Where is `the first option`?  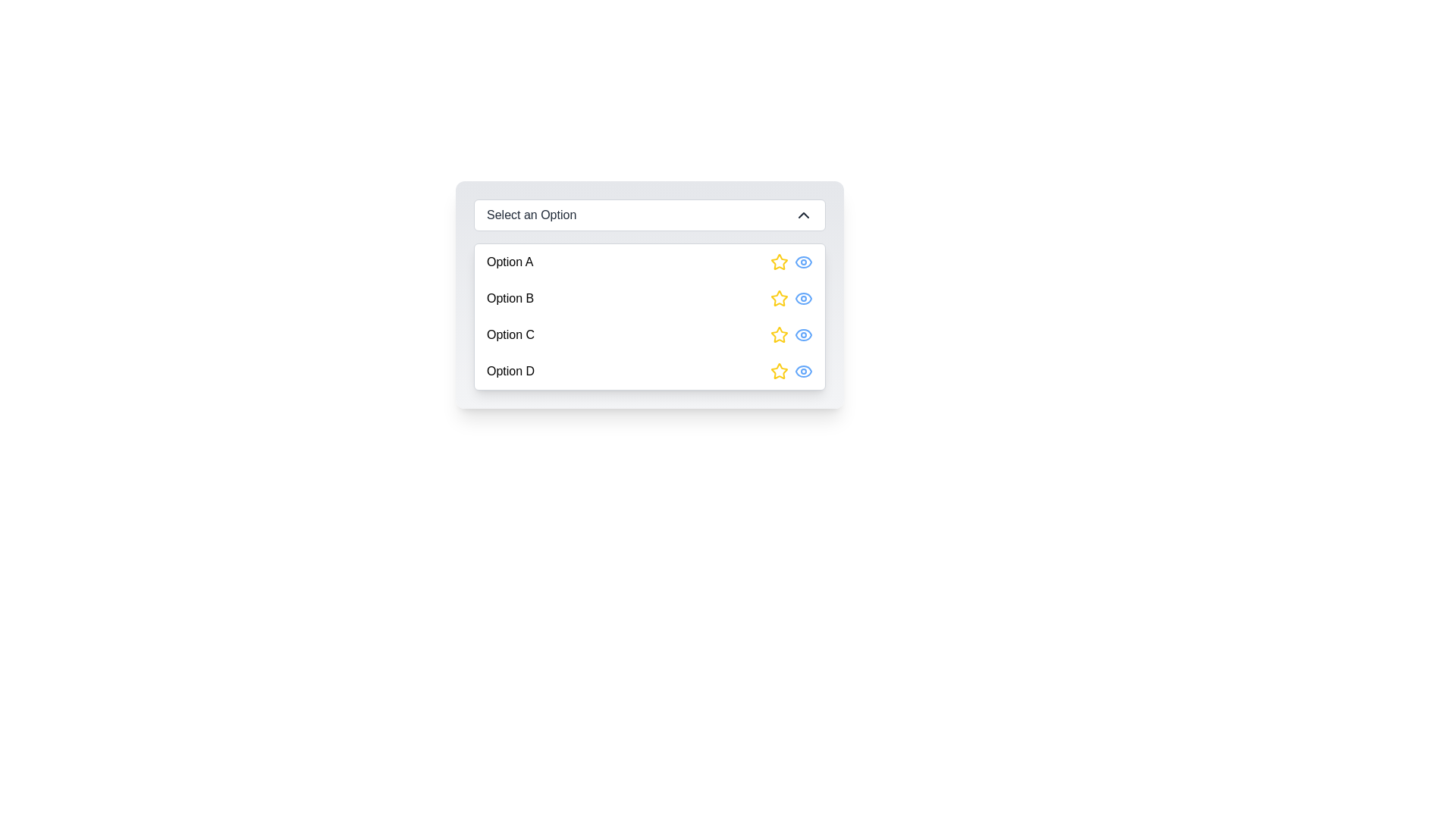
the first option is located at coordinates (650, 262).